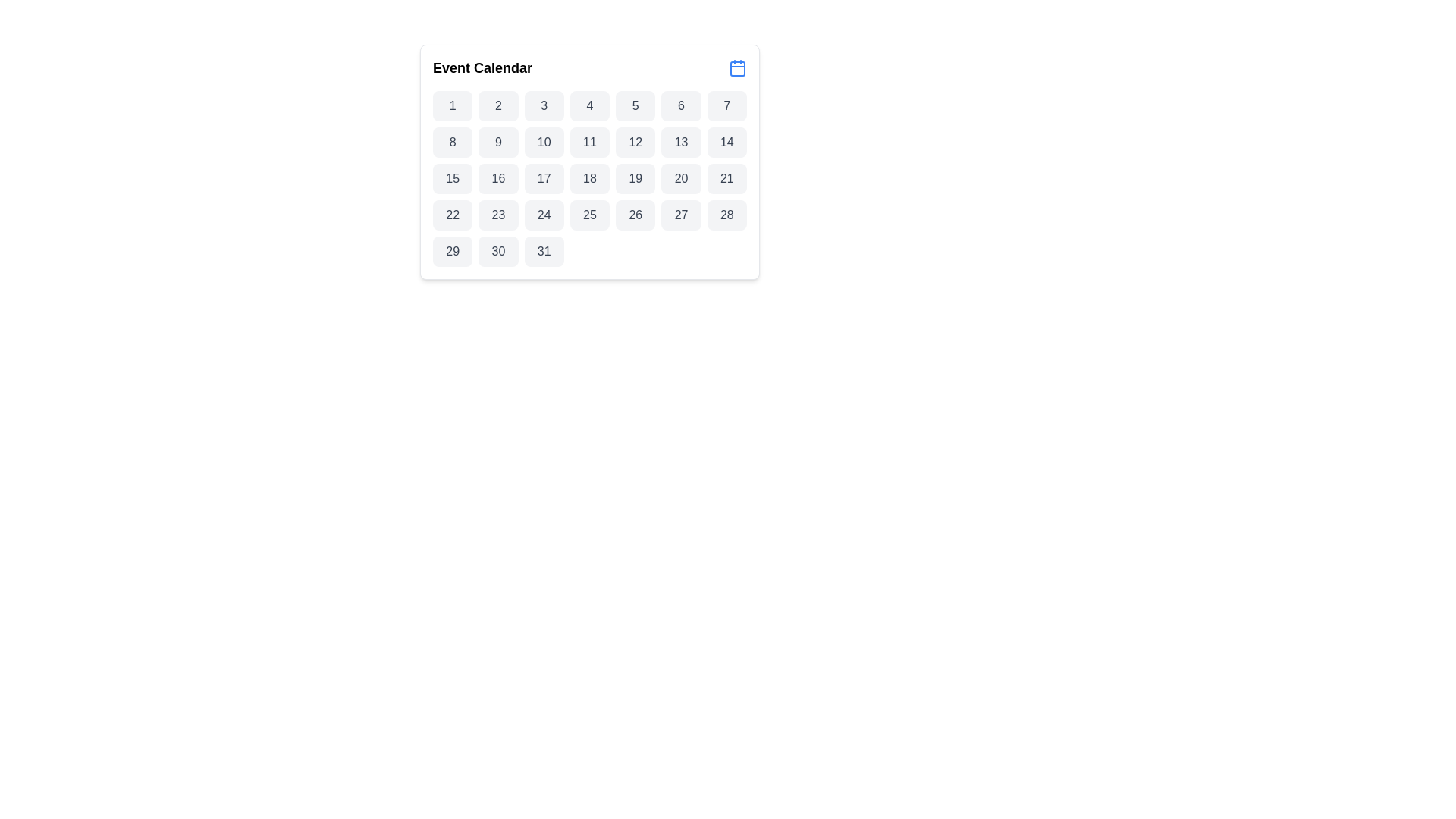 The image size is (1456, 819). Describe the element at coordinates (635, 177) in the screenshot. I see `the rectangular button with rounded corners and bold-numbered text '19'` at that location.